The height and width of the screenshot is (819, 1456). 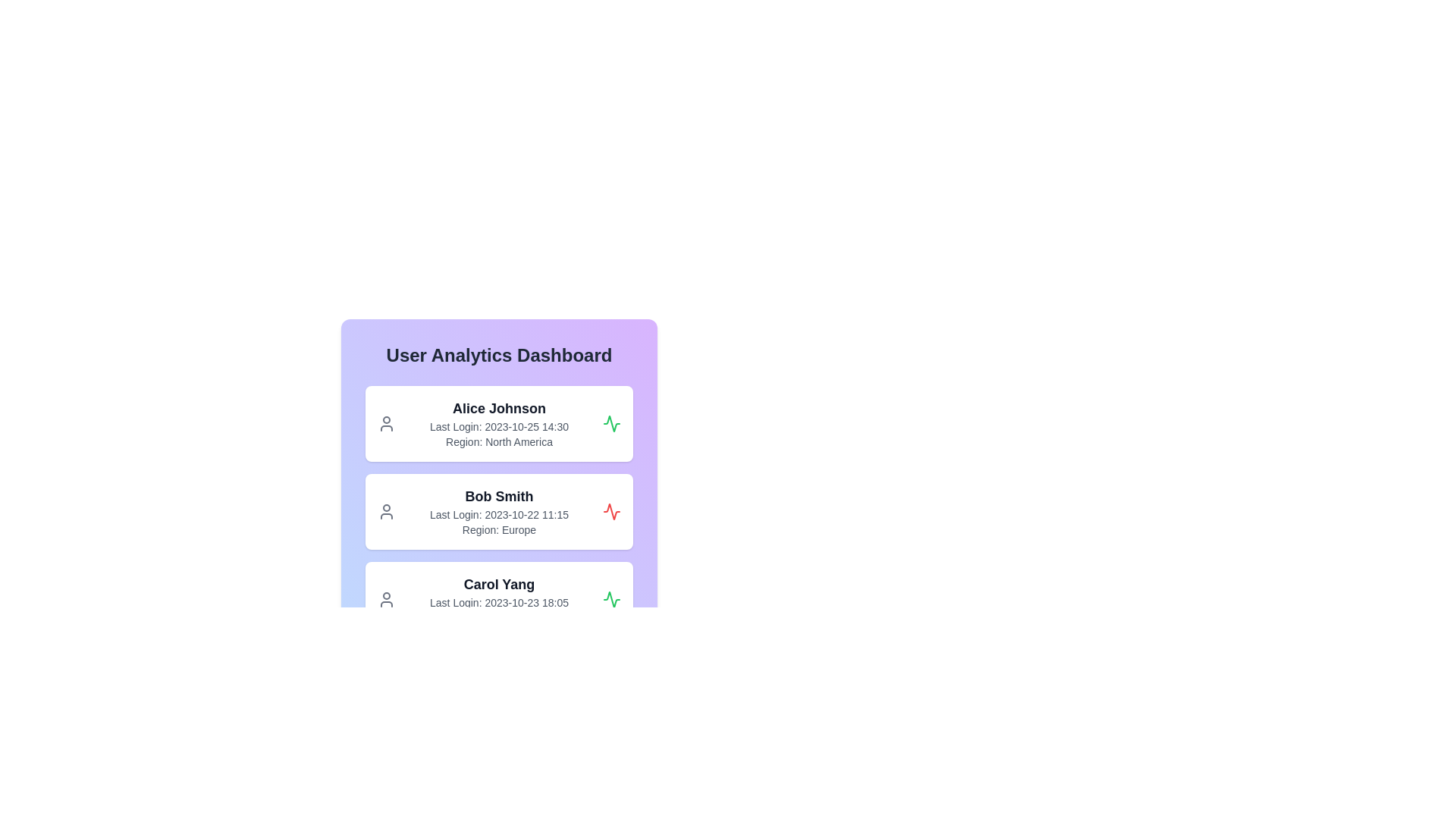 What do you see at coordinates (611, 598) in the screenshot?
I see `the green waveform icon located at the right end of the information card for 'Carol Yang'` at bounding box center [611, 598].